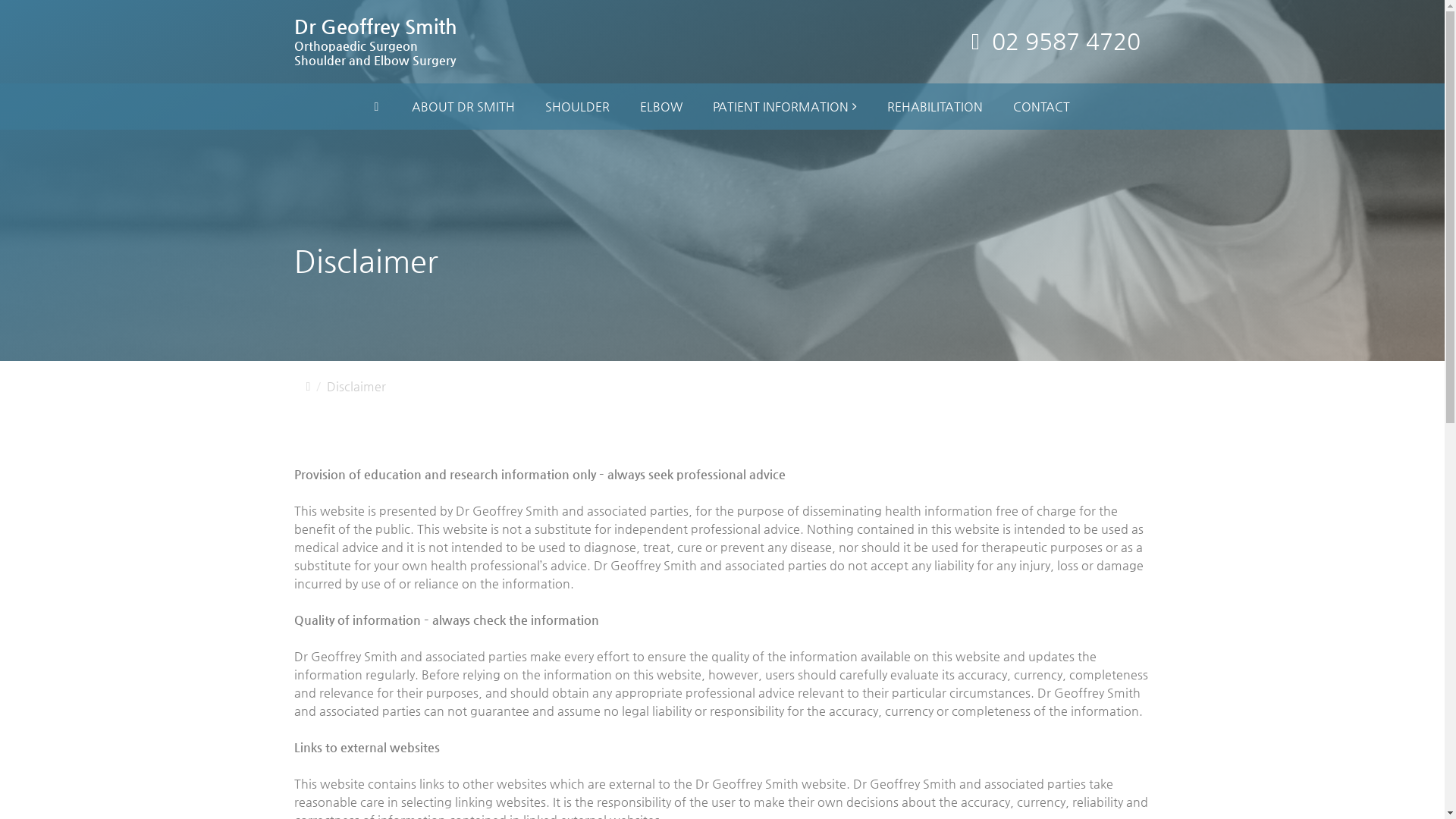 The height and width of the screenshot is (819, 1456). What do you see at coordinates (934, 106) in the screenshot?
I see `'REHABILITATION'` at bounding box center [934, 106].